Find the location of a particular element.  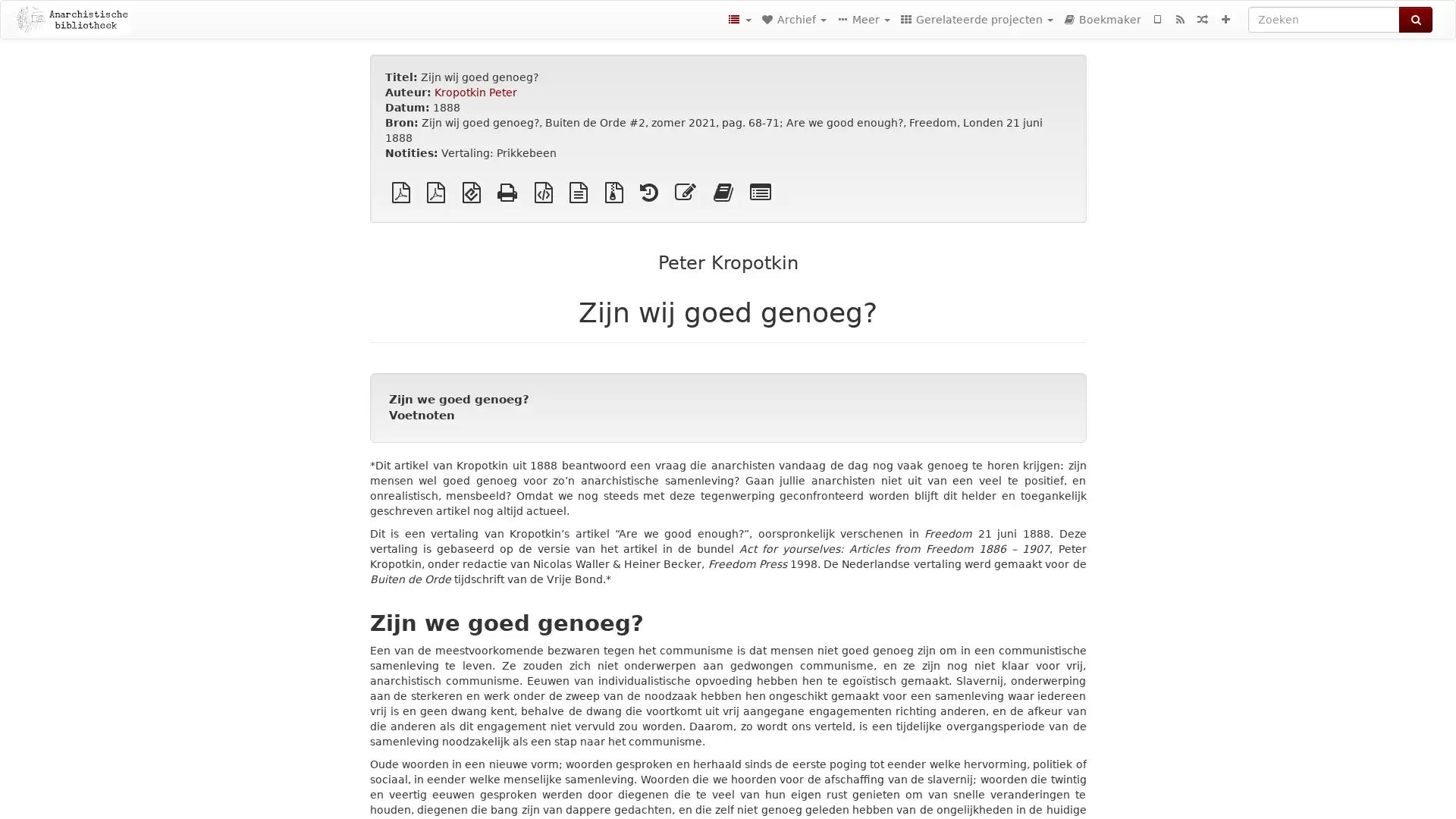

Zoeken is located at coordinates (1415, 20).